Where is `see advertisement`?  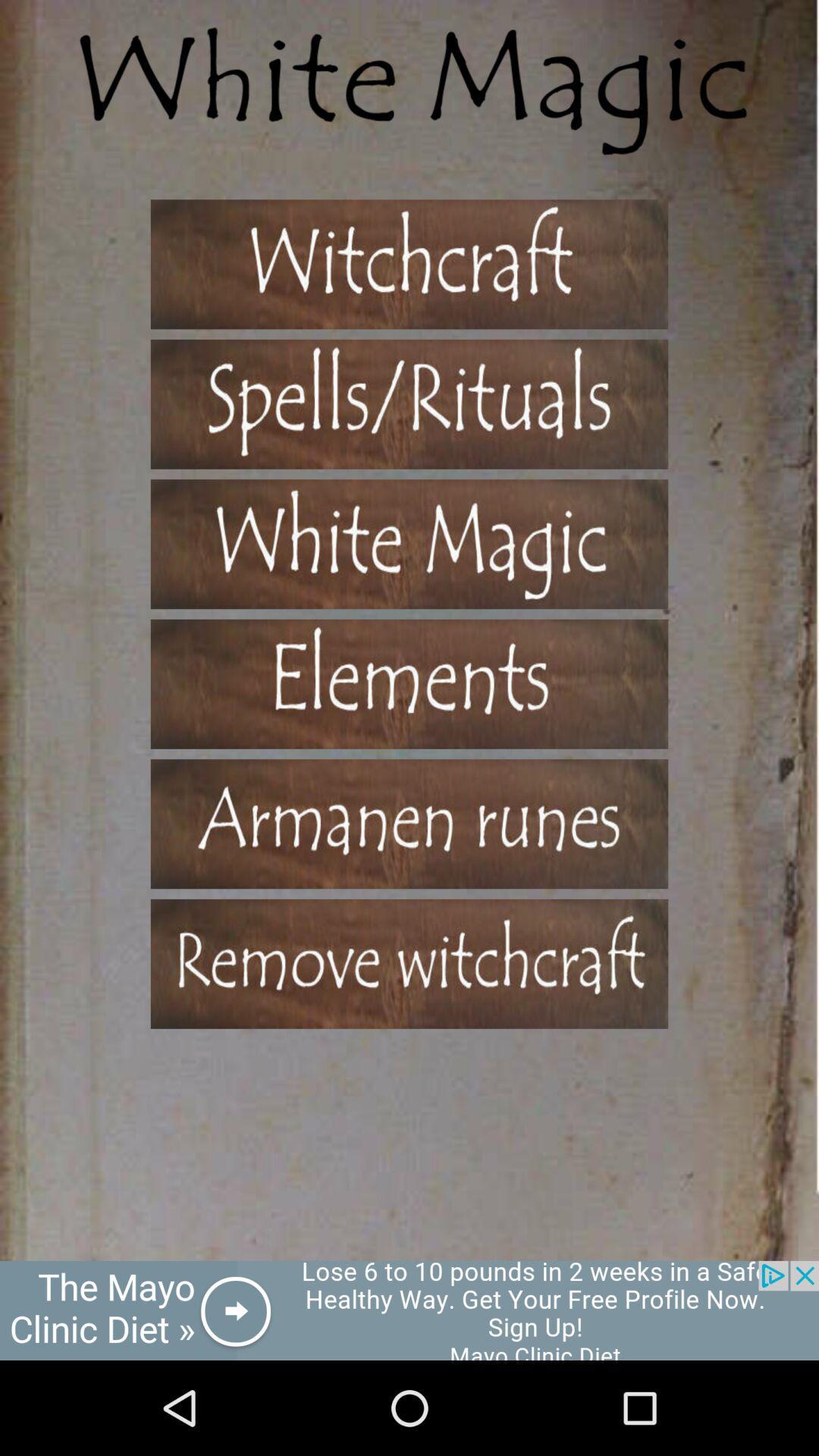 see advertisement is located at coordinates (409, 1310).